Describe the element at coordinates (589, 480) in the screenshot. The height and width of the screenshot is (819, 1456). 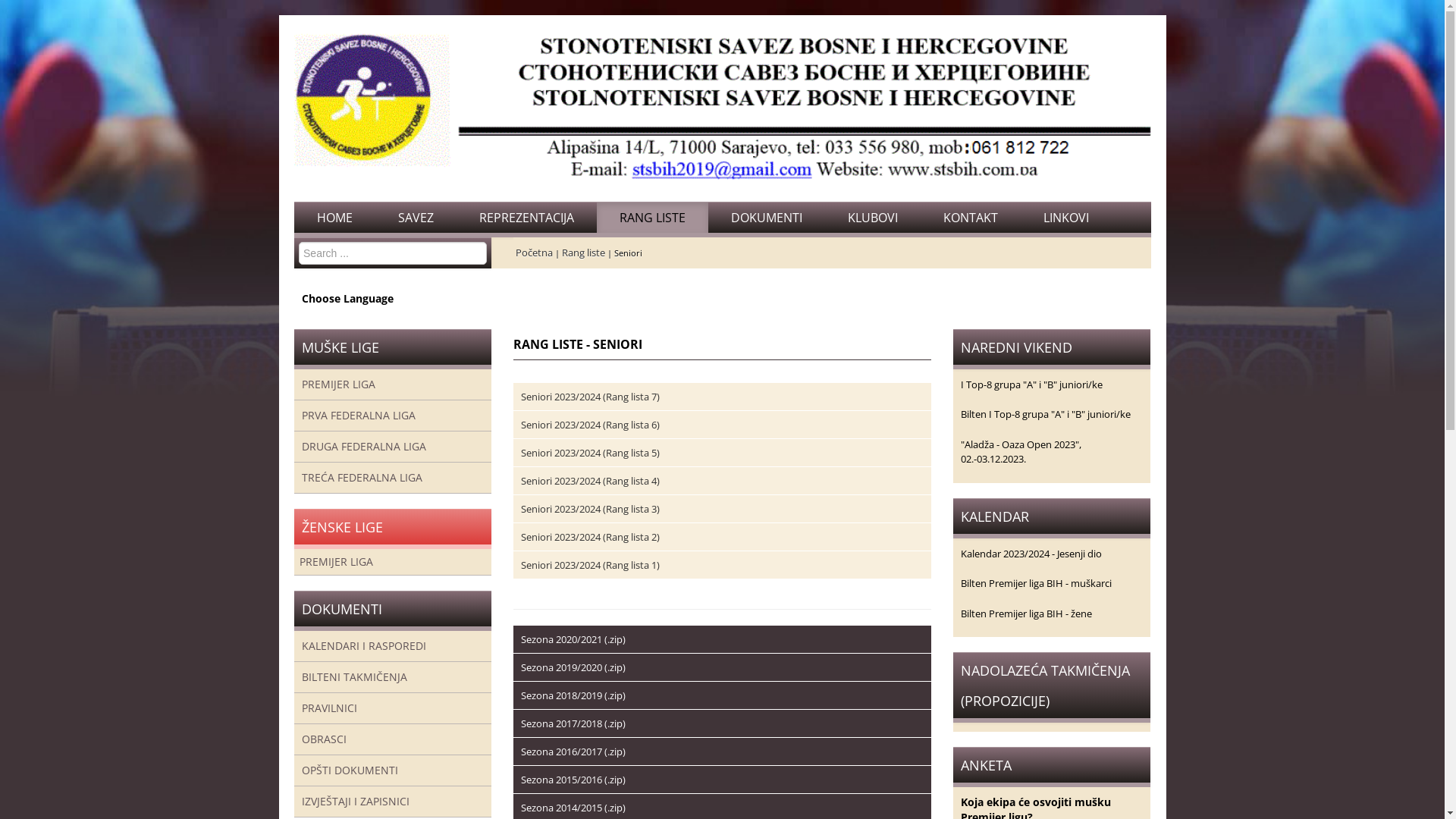
I see `'Seniori 2023/2024 (Rang lista 4)'` at that location.